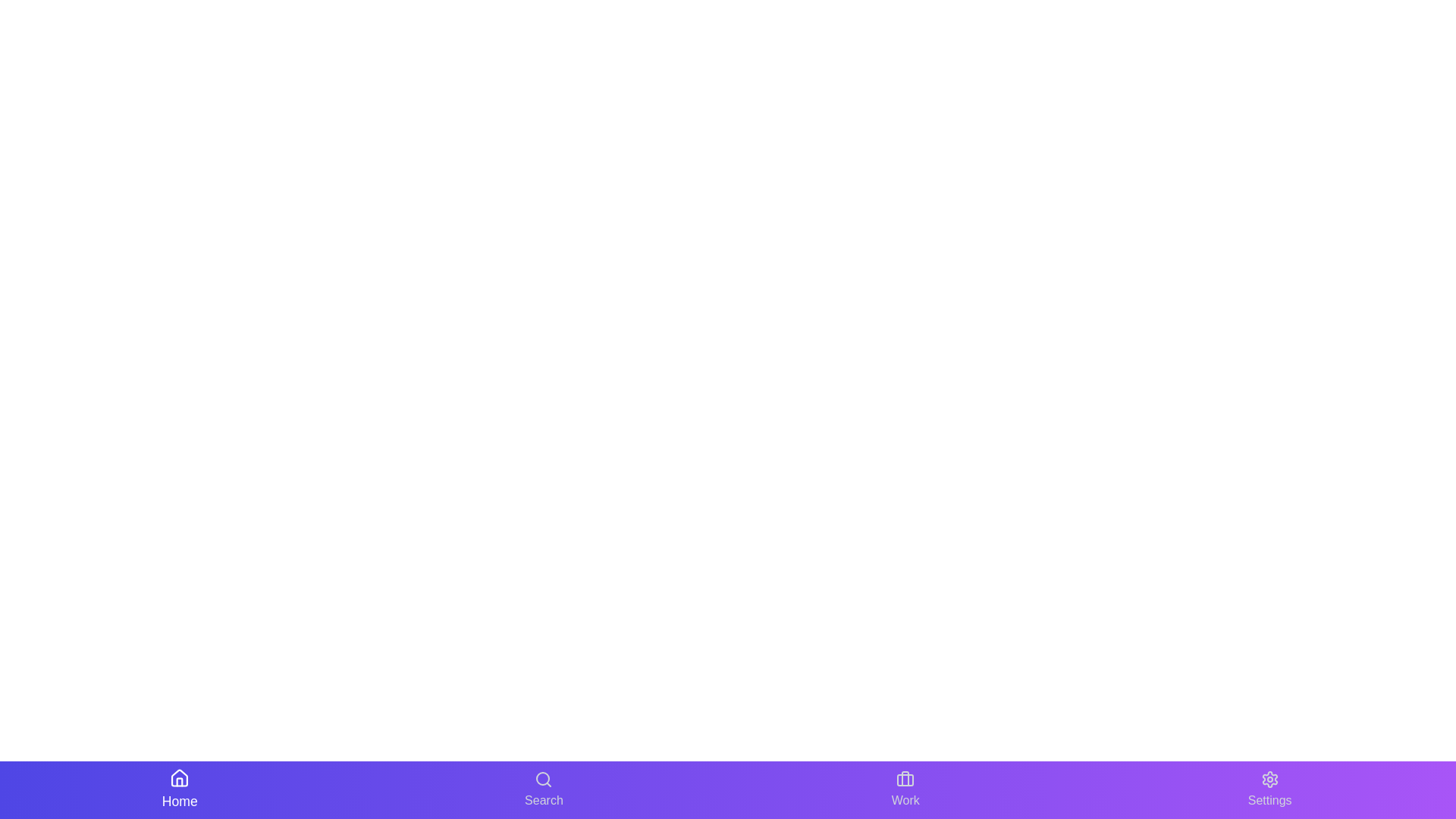 The width and height of the screenshot is (1456, 819). Describe the element at coordinates (1269, 789) in the screenshot. I see `the Settings button to navigate to the respective section` at that location.